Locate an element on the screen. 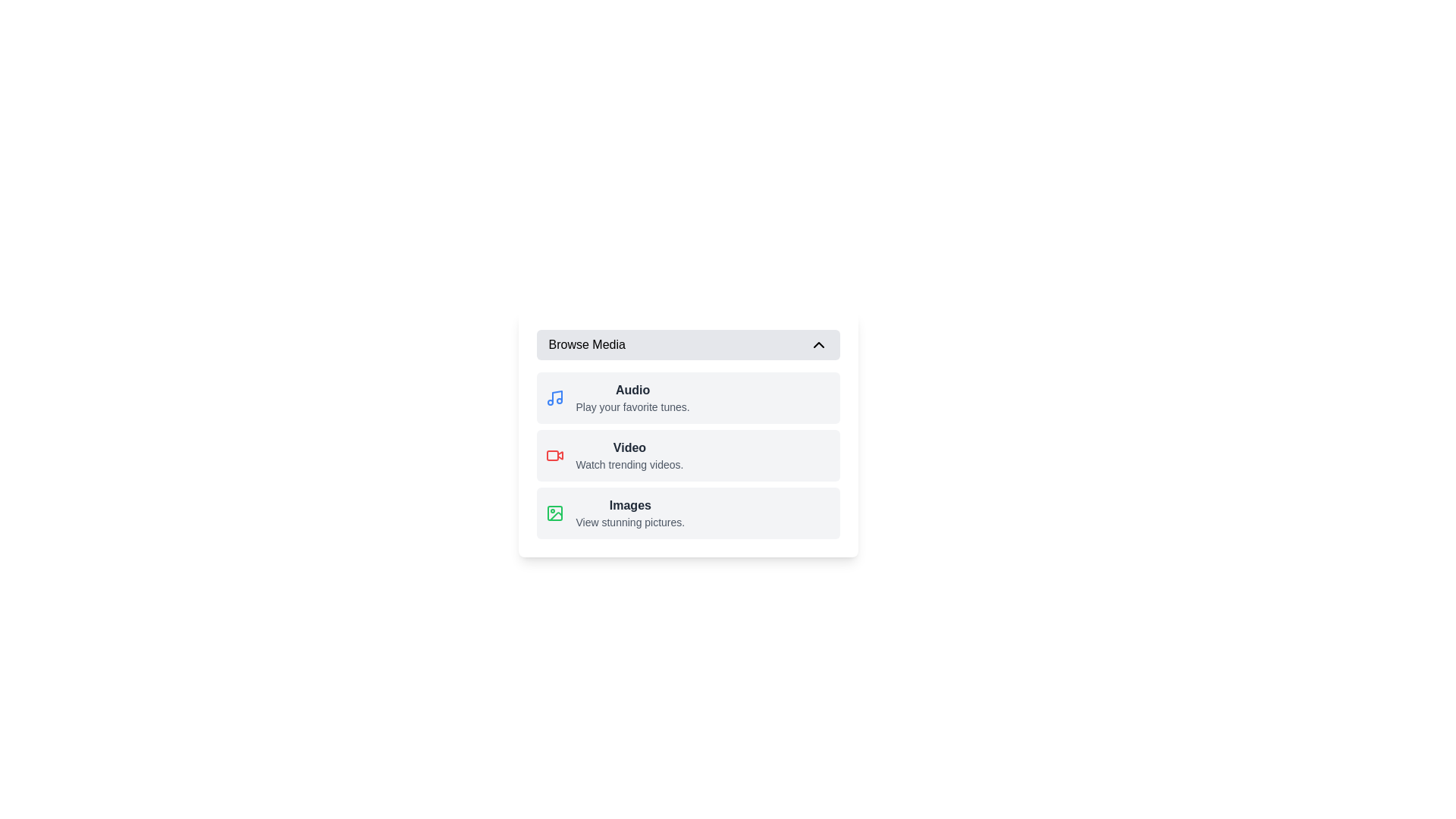 The height and width of the screenshot is (819, 1456). the red rectangular icon located to the left of the 'Video' option text is located at coordinates (551, 455).